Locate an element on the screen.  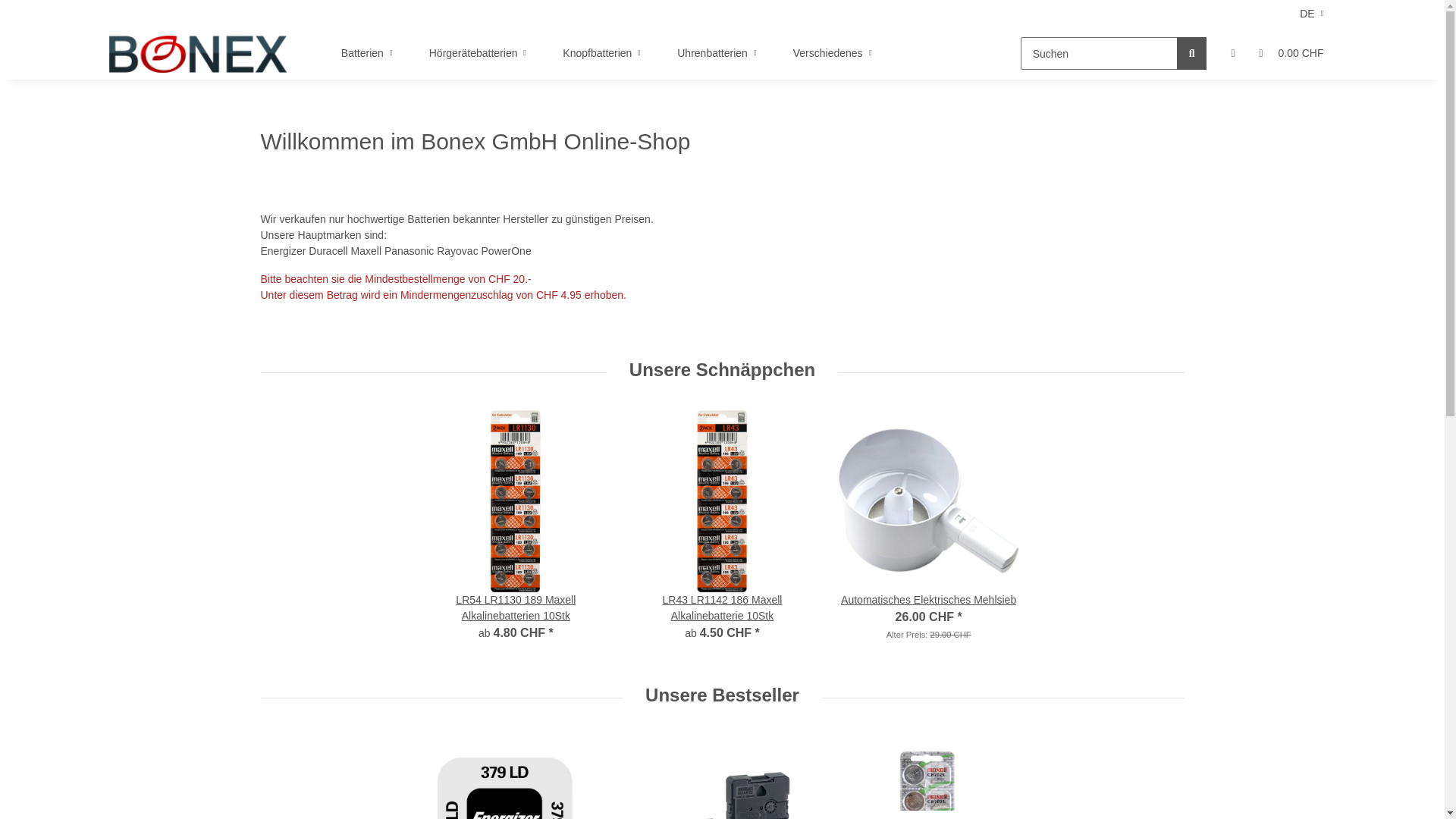
'Automatisches Elektrisches Mehlsieb' is located at coordinates (927, 599).